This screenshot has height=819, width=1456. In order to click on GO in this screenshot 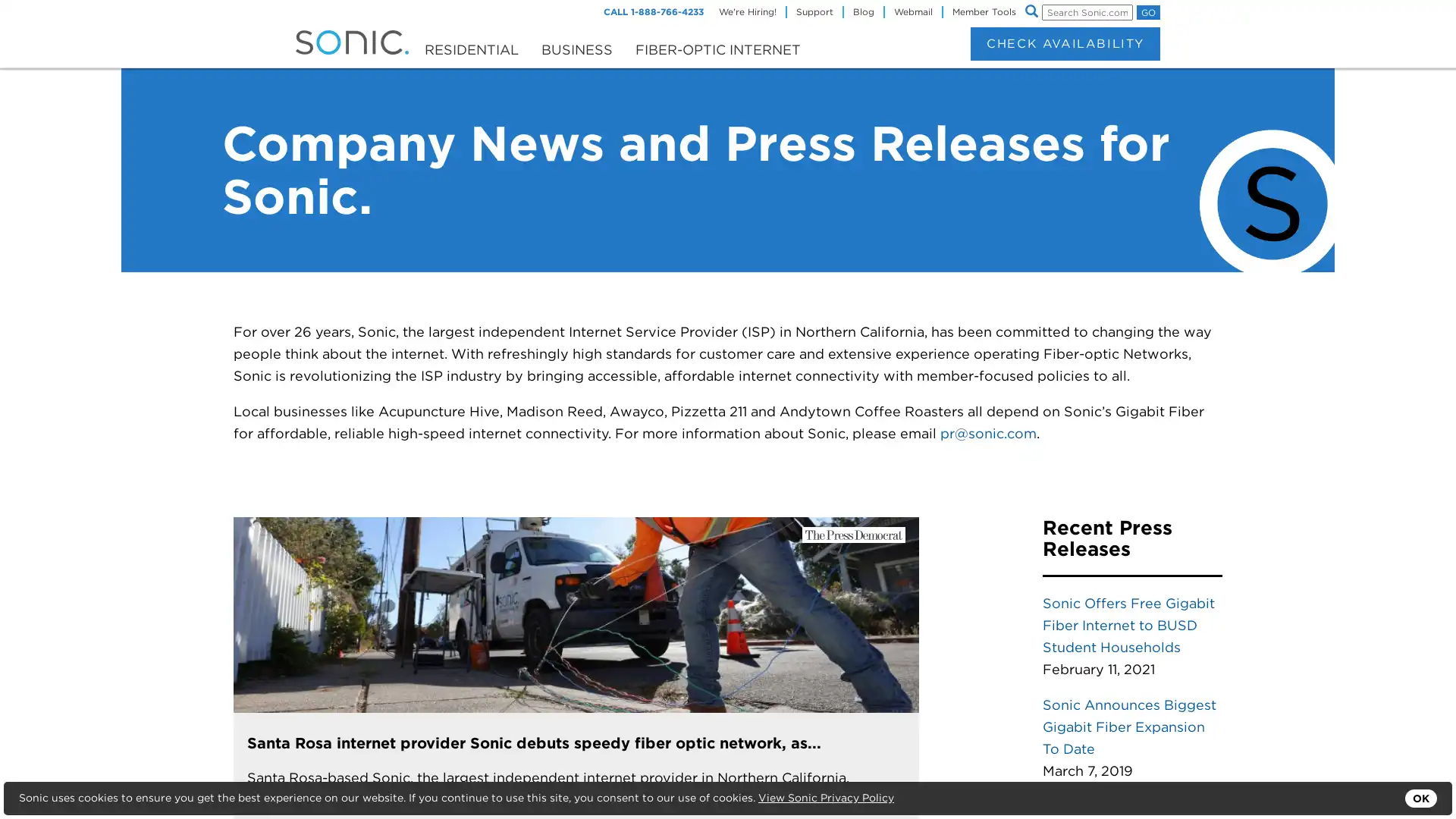, I will do `click(1148, 12)`.